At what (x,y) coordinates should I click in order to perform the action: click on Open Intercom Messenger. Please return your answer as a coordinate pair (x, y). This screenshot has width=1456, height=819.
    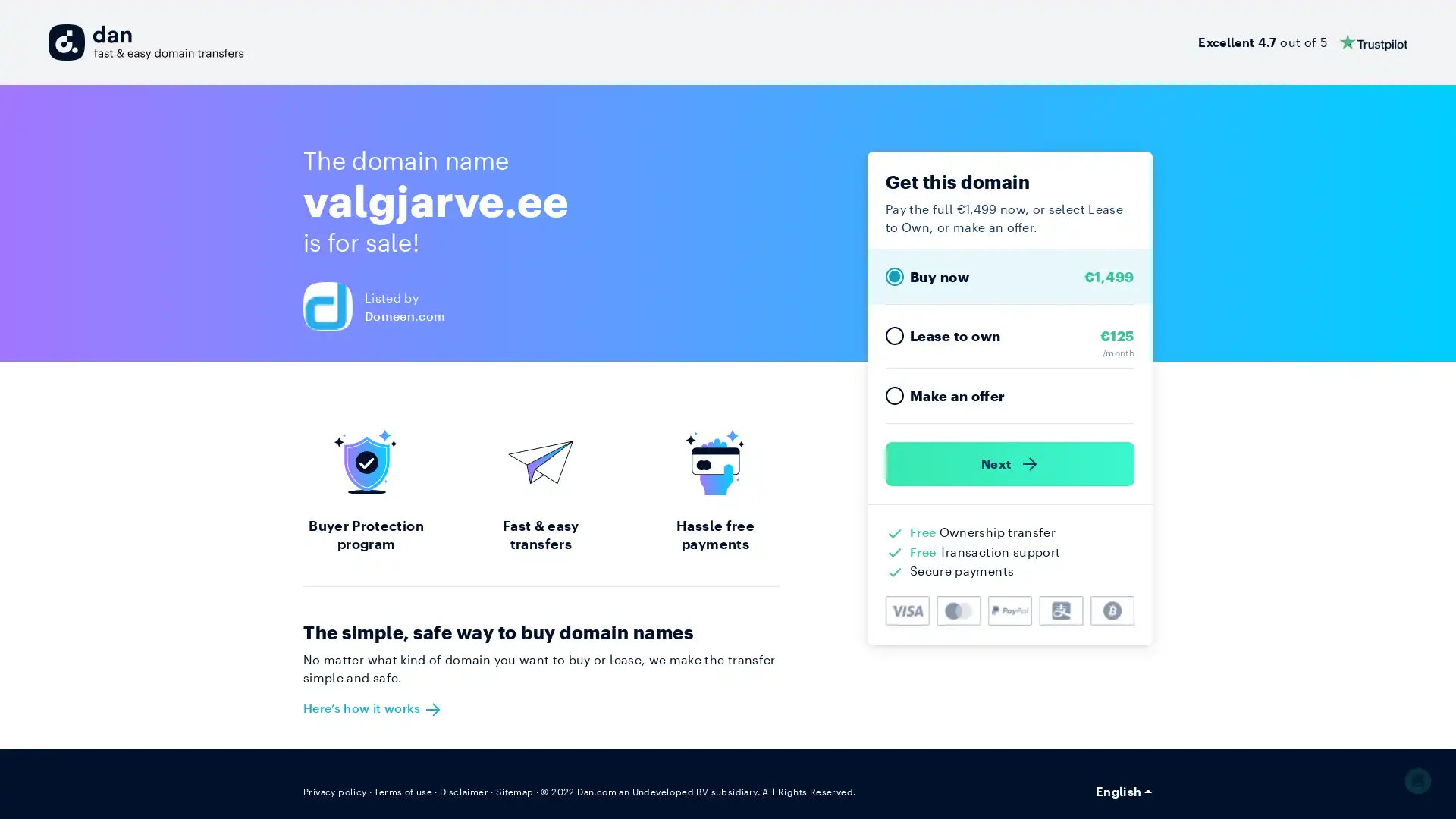
    Looking at the image, I should click on (1417, 780).